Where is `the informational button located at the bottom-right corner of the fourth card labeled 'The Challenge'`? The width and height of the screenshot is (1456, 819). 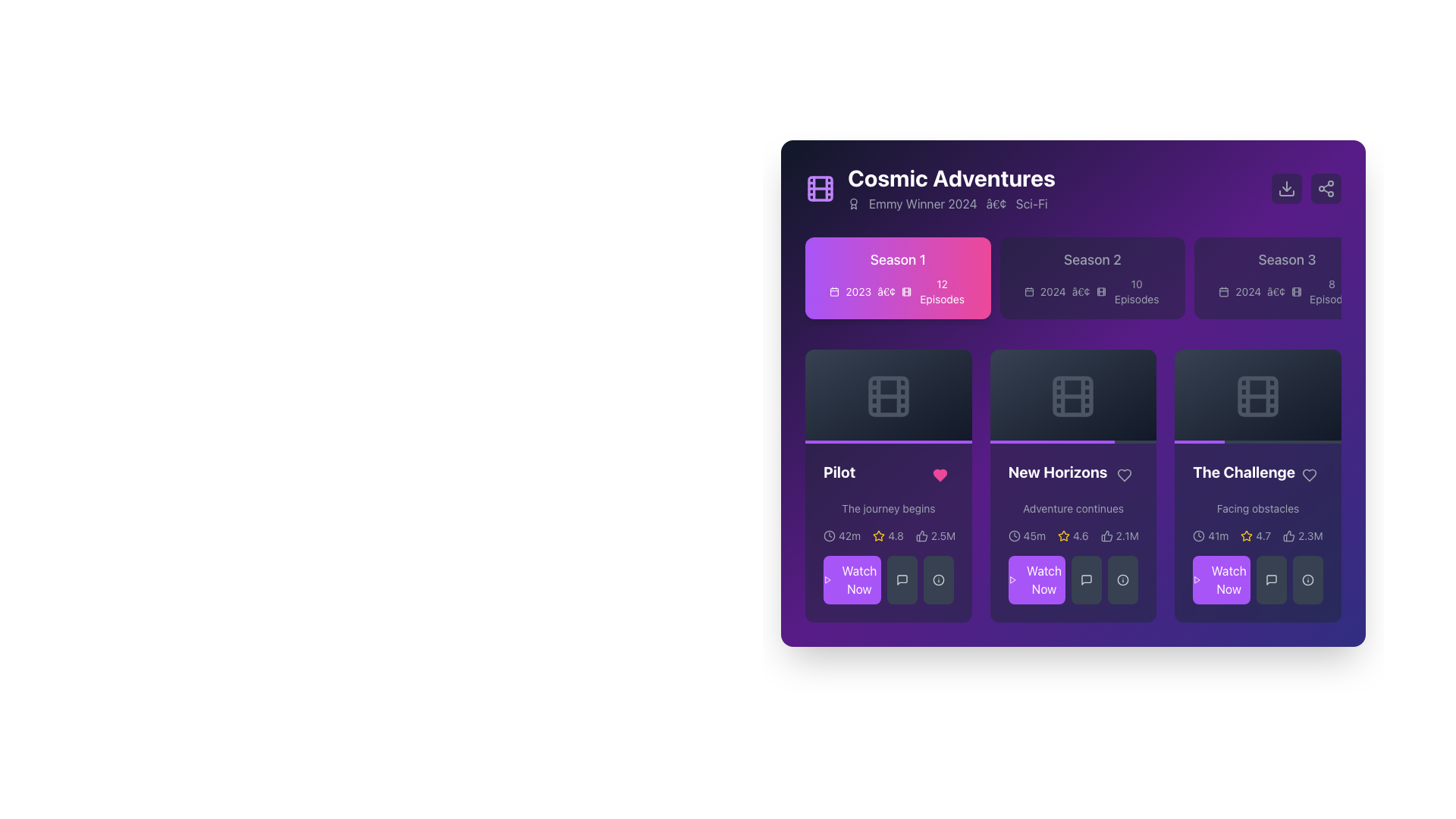 the informational button located at the bottom-right corner of the fourth card labeled 'The Challenge' is located at coordinates (1307, 579).